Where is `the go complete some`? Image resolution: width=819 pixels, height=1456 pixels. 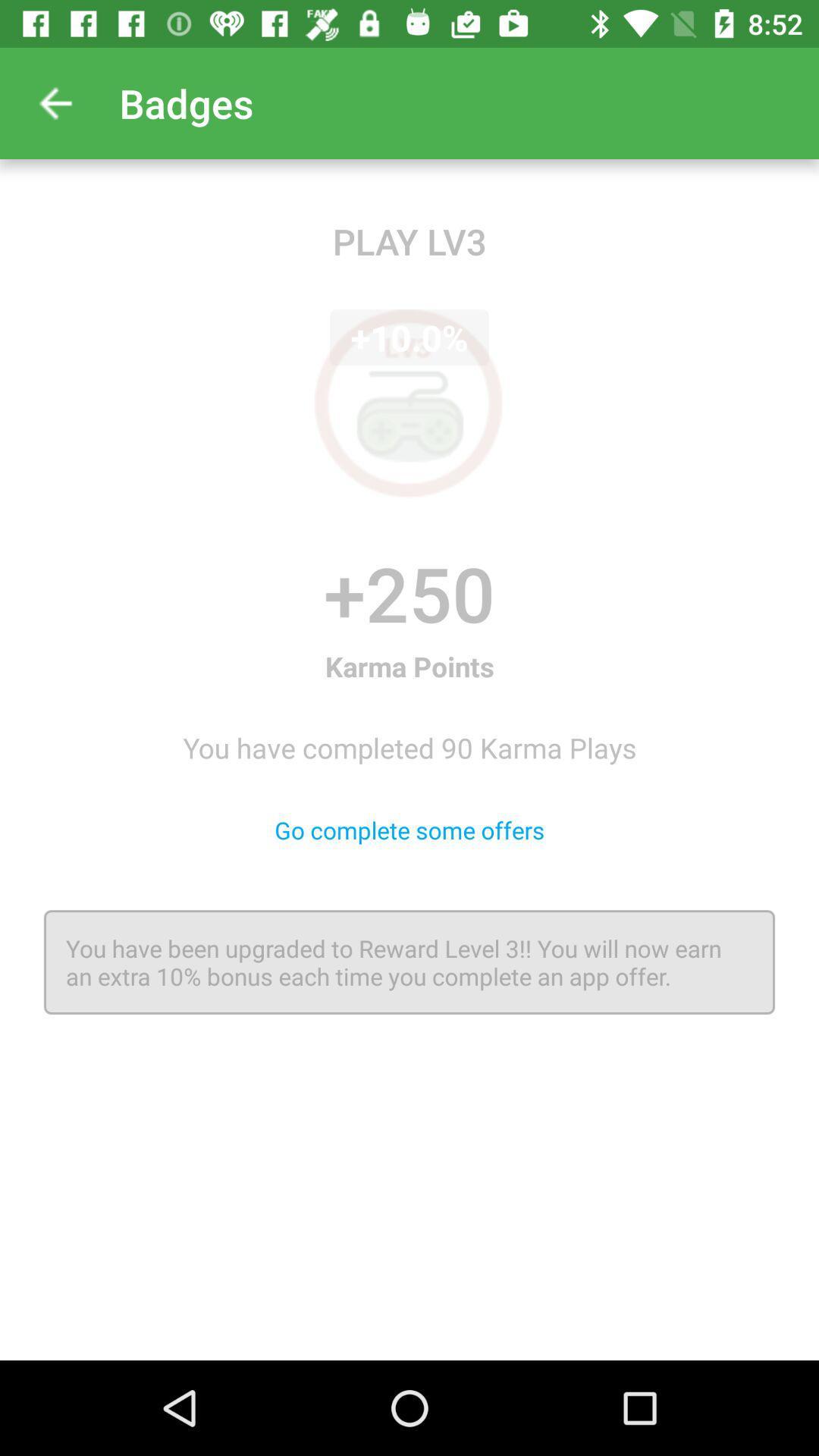 the go complete some is located at coordinates (409, 829).